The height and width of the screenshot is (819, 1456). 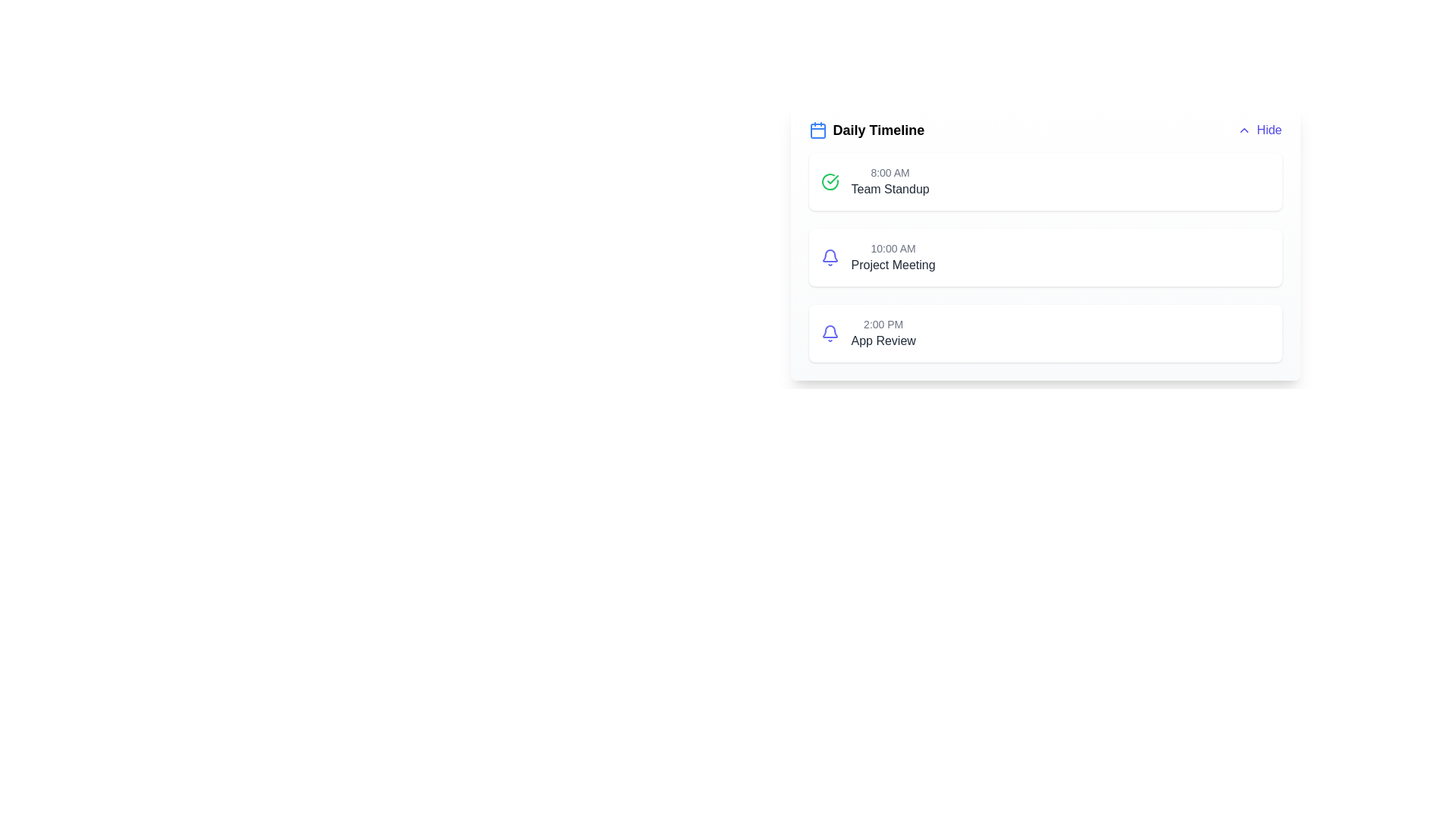 What do you see at coordinates (883, 324) in the screenshot?
I see `the static text displaying '2:00 PM' in light gray color, located in the bottom-most entry of the timeline interface, aligned to the left of the 'App Review' label` at bounding box center [883, 324].